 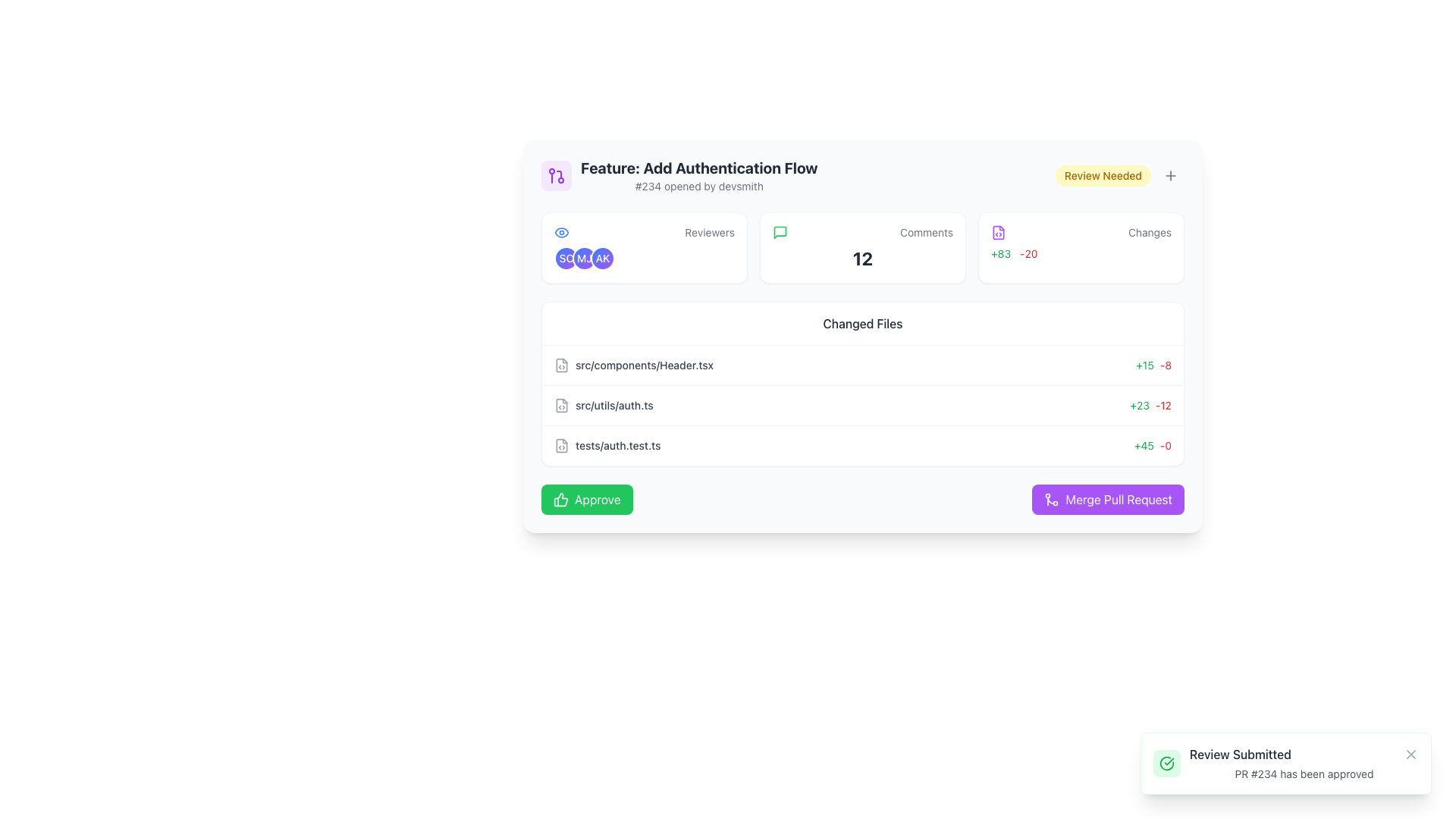 What do you see at coordinates (633, 366) in the screenshot?
I see `the first list item representing a modified file` at bounding box center [633, 366].